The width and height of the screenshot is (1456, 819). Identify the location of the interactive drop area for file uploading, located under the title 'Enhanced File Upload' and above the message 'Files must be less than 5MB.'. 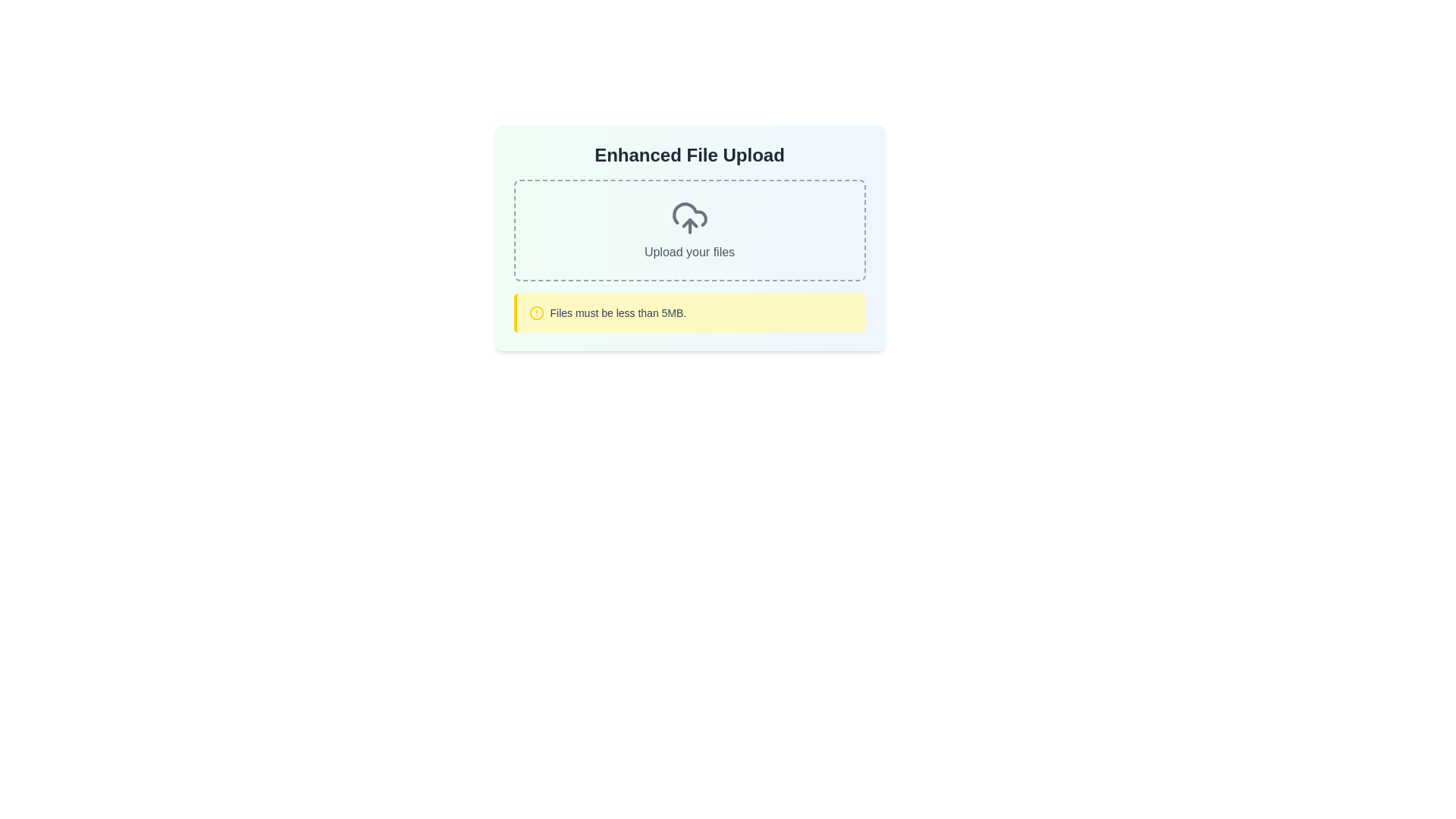
(689, 231).